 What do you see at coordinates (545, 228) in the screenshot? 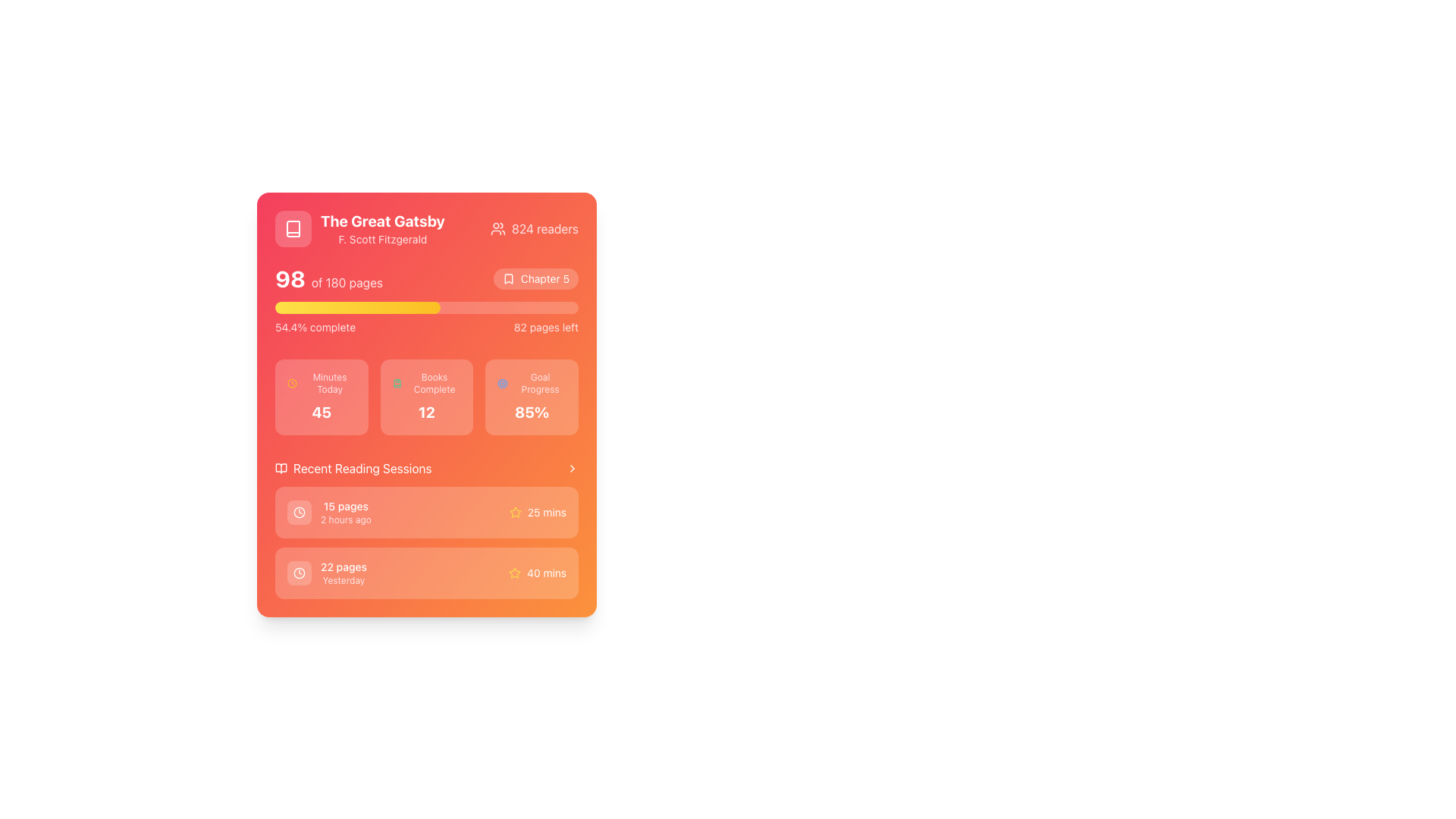
I see `the read-only Text Label displaying the number of readers, located in the top-right corner of the card component next to the people icon` at bounding box center [545, 228].